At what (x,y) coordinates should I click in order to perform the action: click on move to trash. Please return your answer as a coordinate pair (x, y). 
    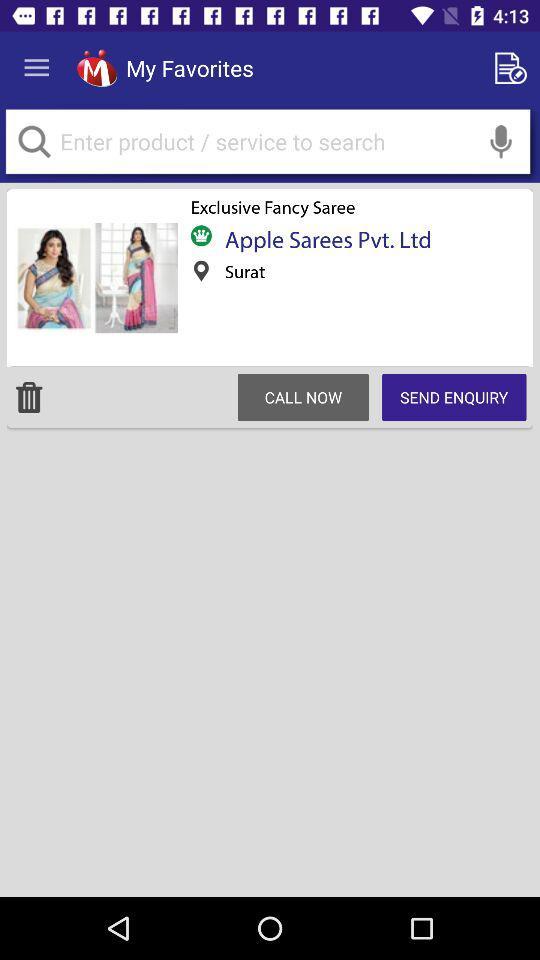
    Looking at the image, I should click on (28, 396).